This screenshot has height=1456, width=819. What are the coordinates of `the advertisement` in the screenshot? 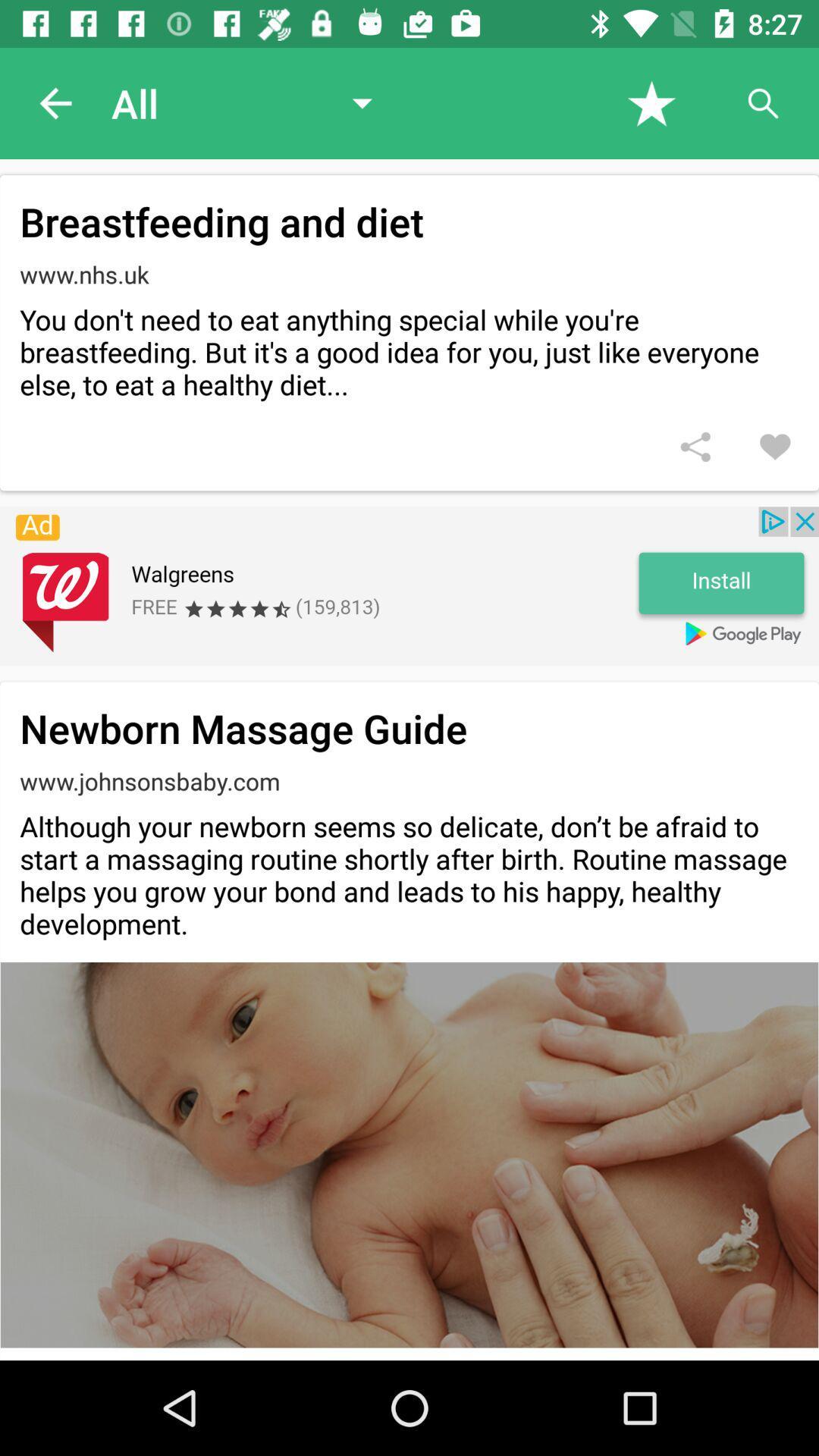 It's located at (409, 585).